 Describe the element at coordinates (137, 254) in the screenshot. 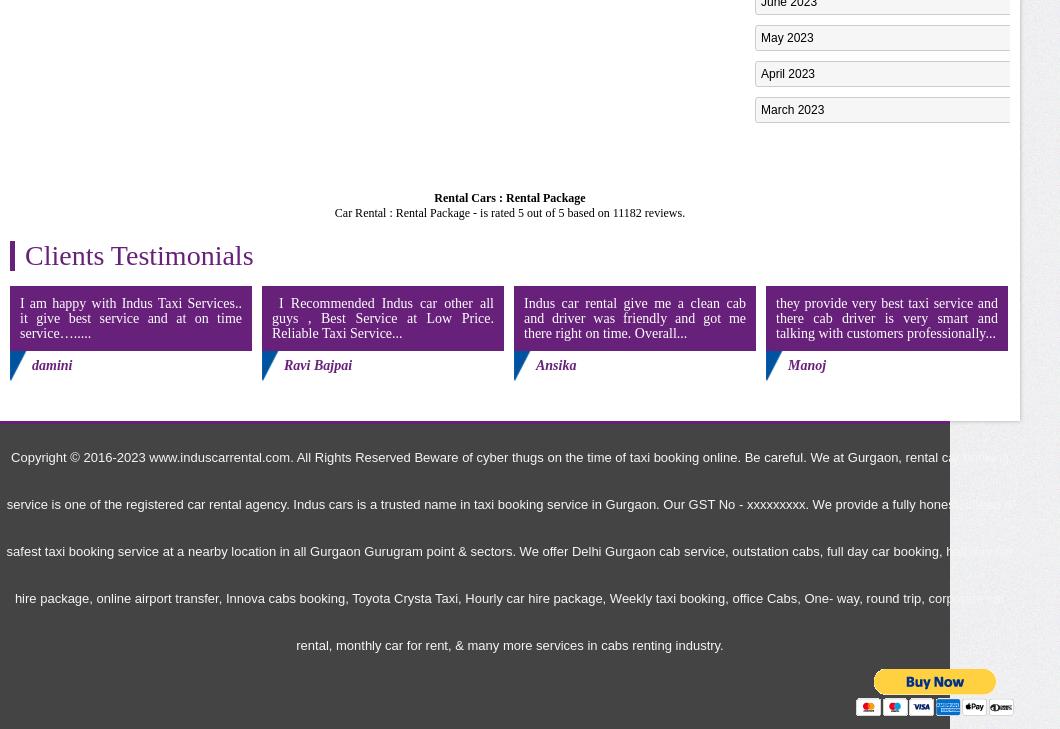

I see `'Clients Testimonials'` at that location.